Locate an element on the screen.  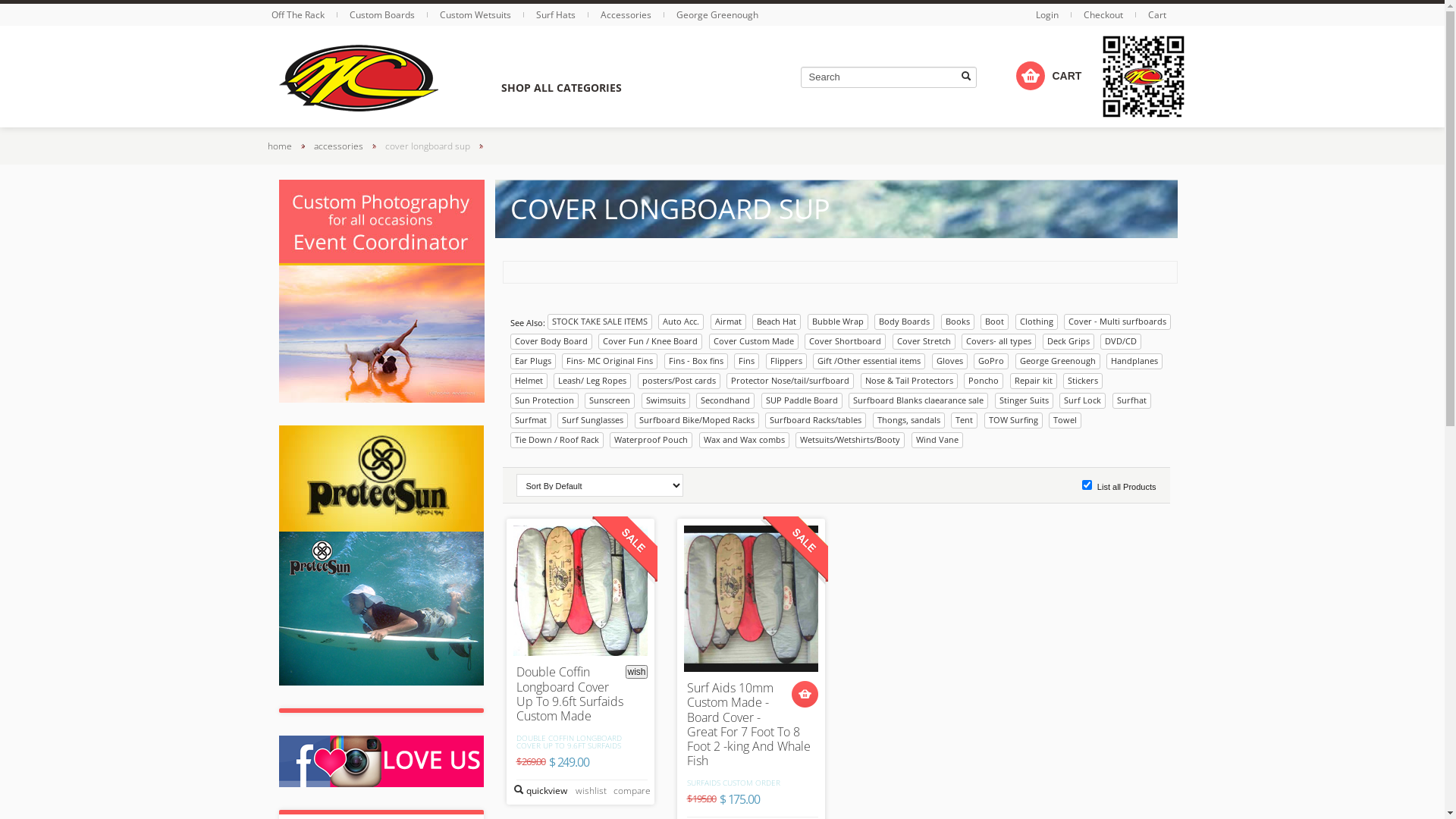
'Helmet' is located at coordinates (510, 380).